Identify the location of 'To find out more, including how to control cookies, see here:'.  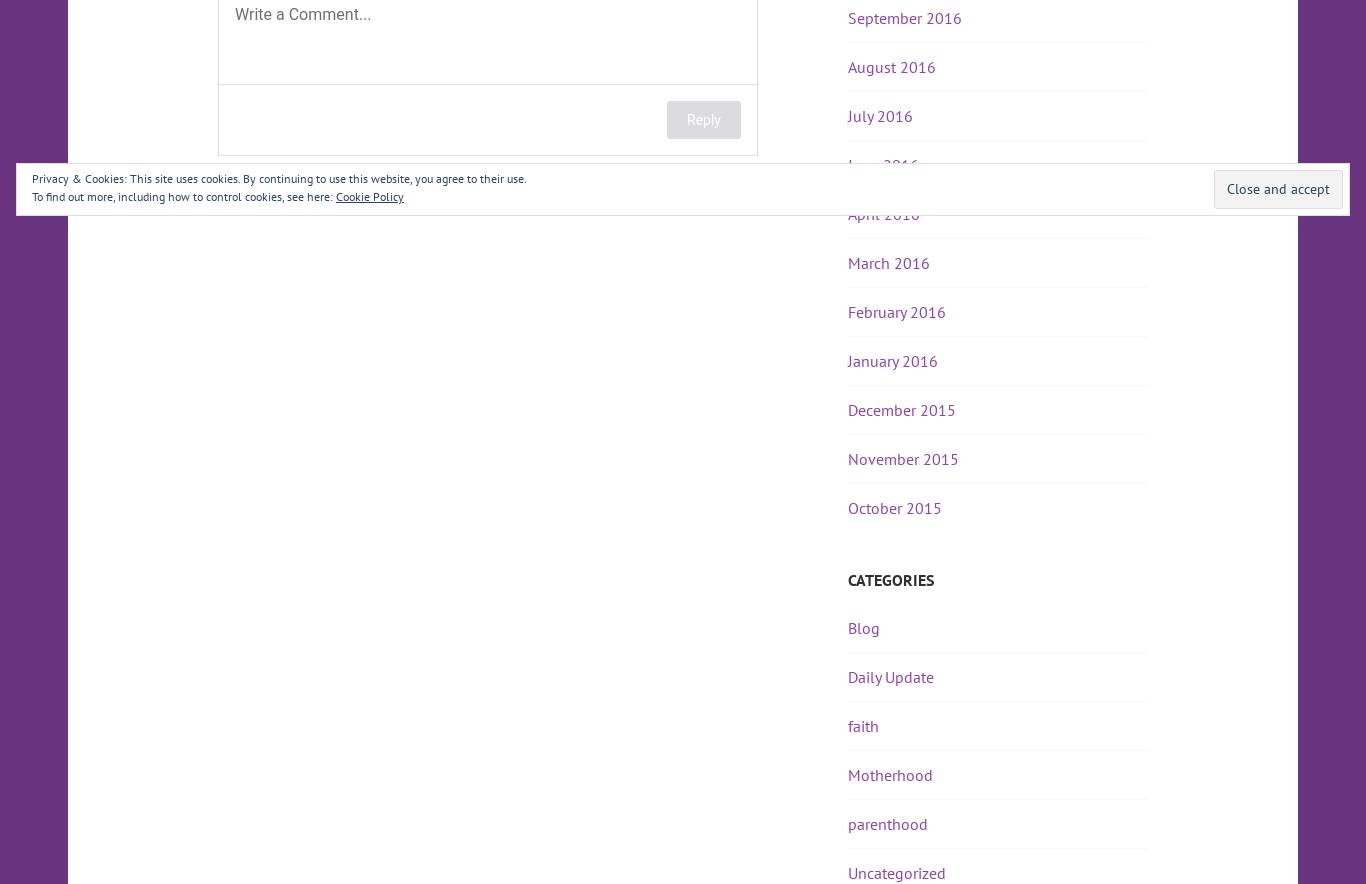
(31, 195).